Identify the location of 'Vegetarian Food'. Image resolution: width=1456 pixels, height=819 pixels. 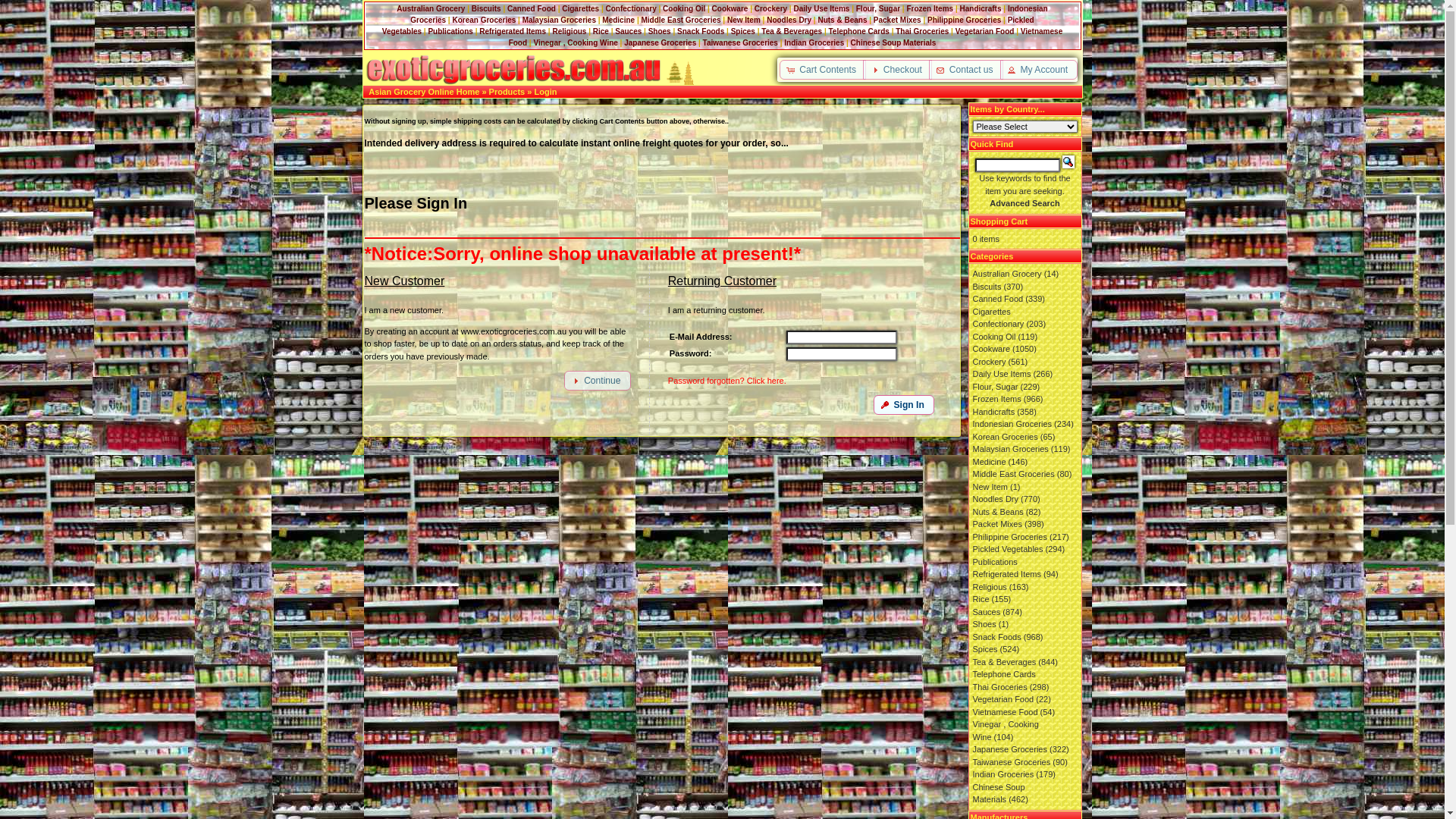
(954, 31).